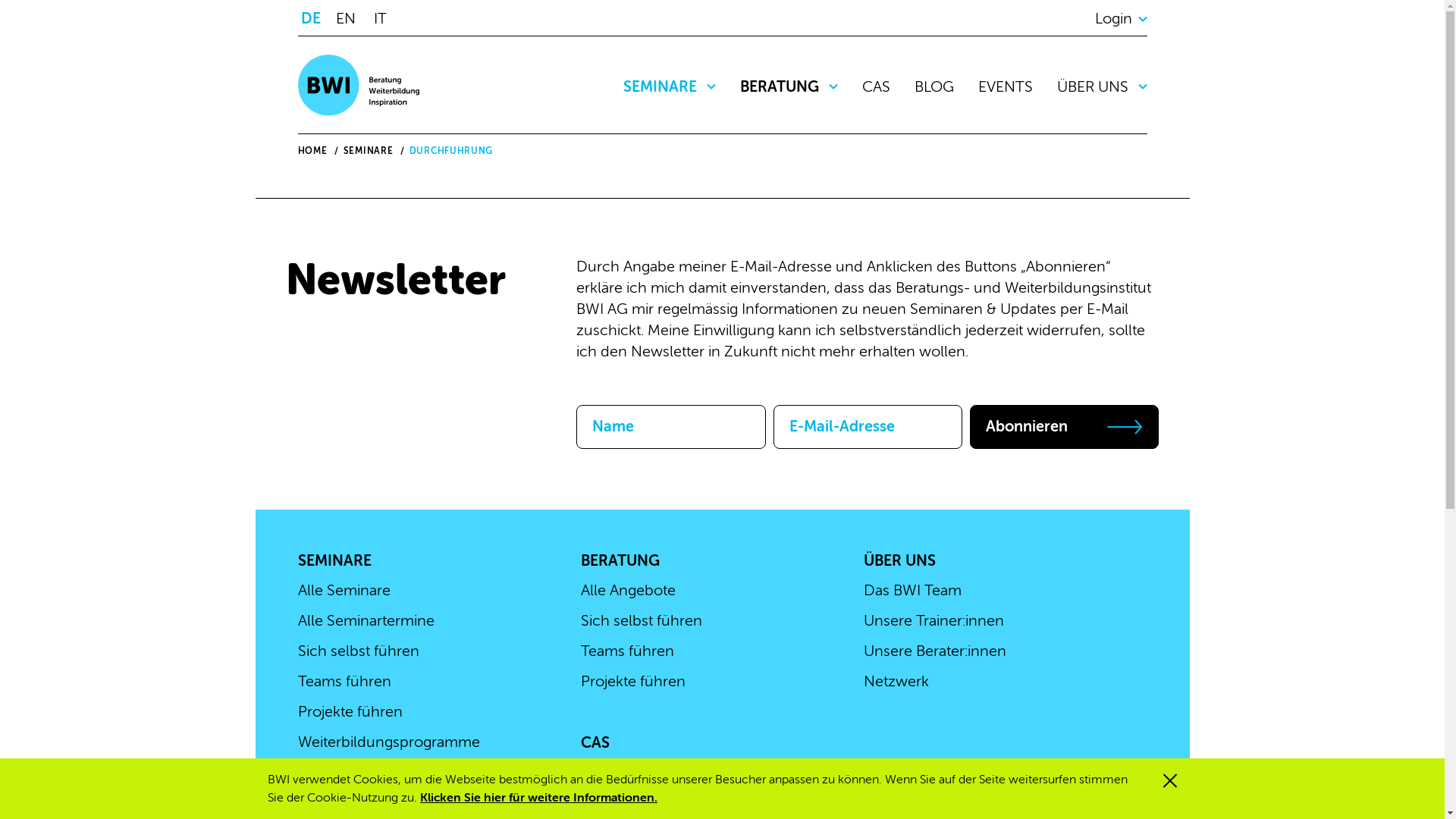  Describe the element at coordinates (863, 589) in the screenshot. I see `'Das BWI Team'` at that location.